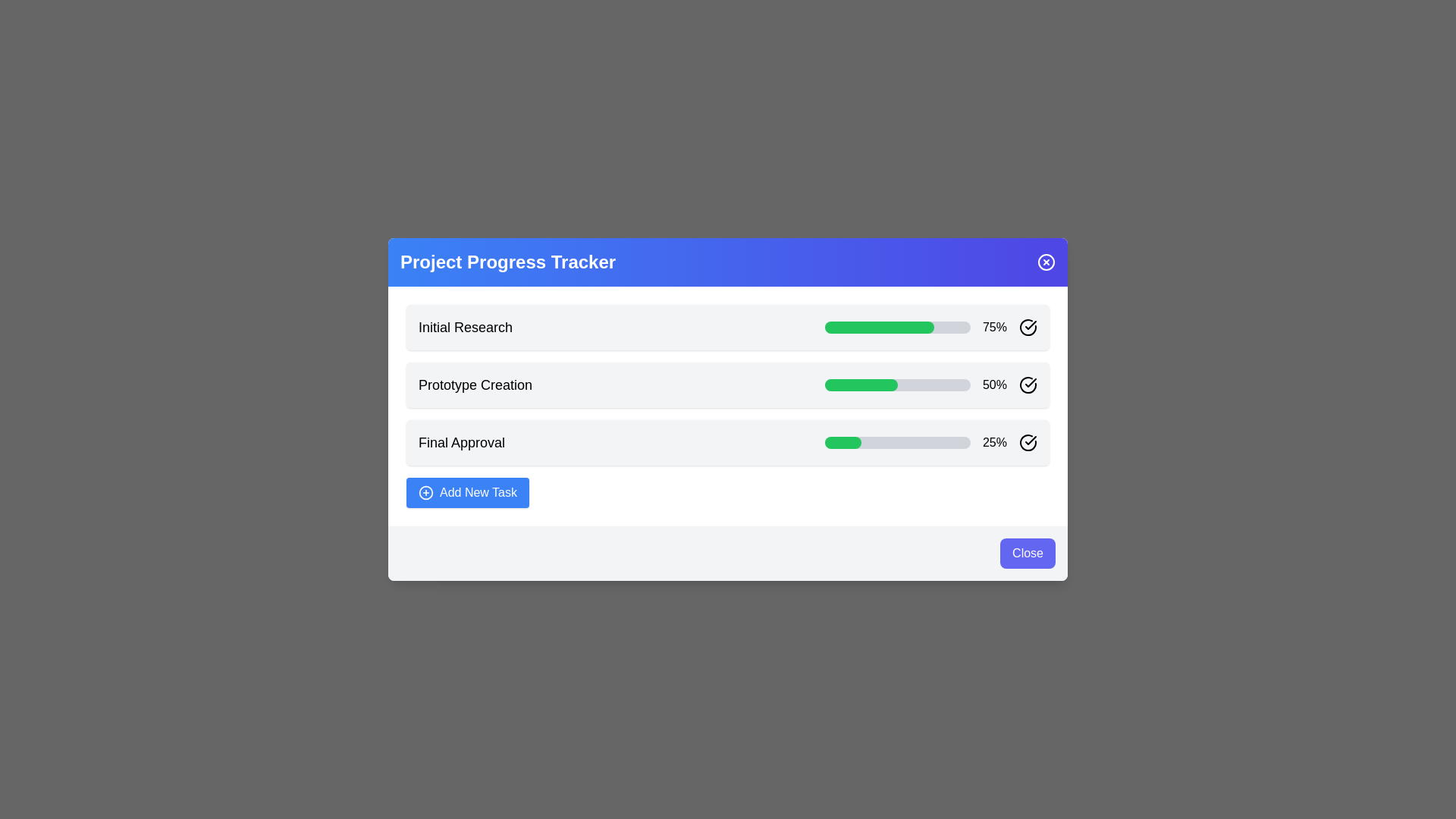  Describe the element at coordinates (1031, 382) in the screenshot. I see `the checkmark icon located within a circular graphical element to the right of the 'Final Approval' text and progress bar` at that location.